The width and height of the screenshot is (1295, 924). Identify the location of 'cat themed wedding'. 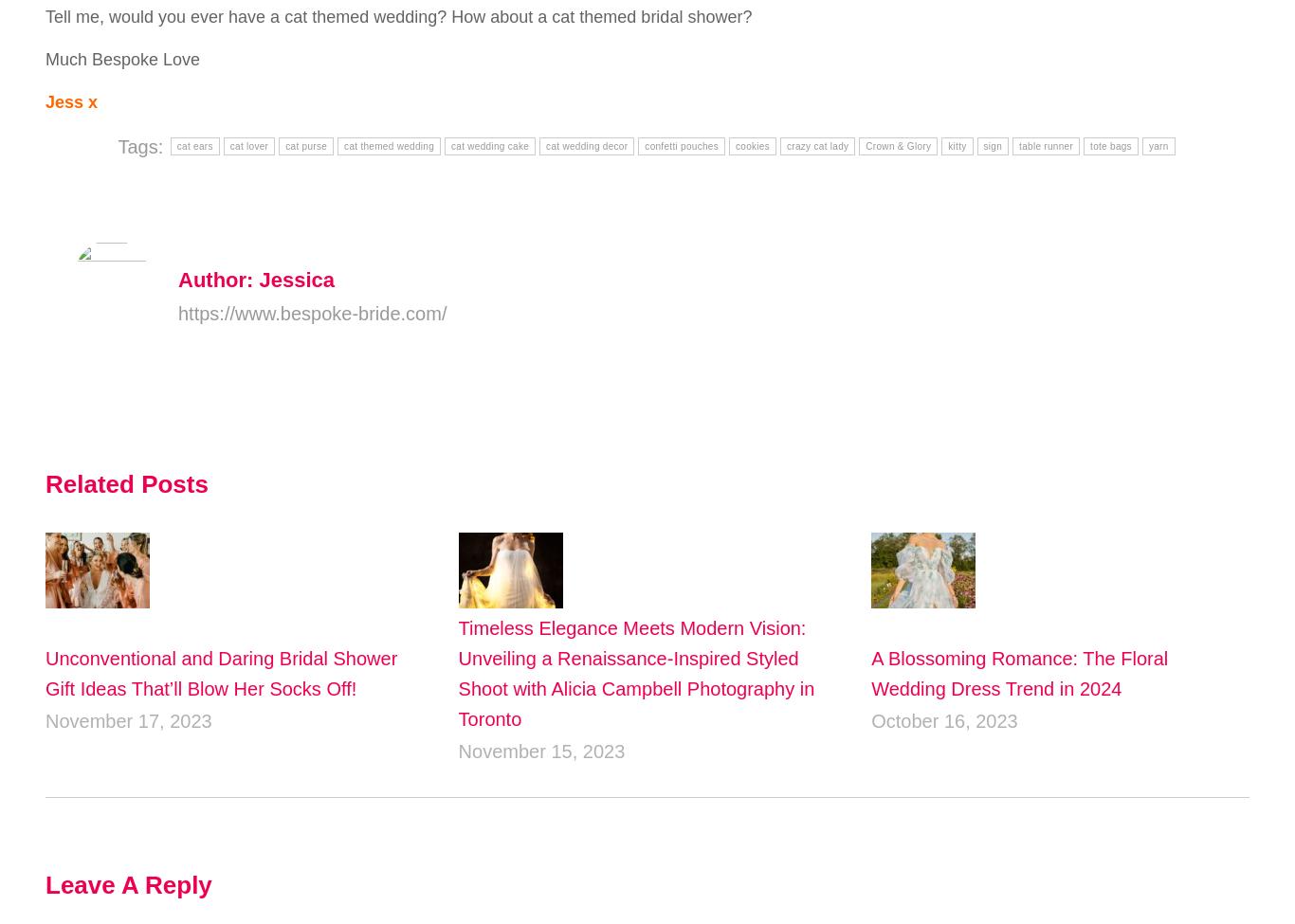
(388, 145).